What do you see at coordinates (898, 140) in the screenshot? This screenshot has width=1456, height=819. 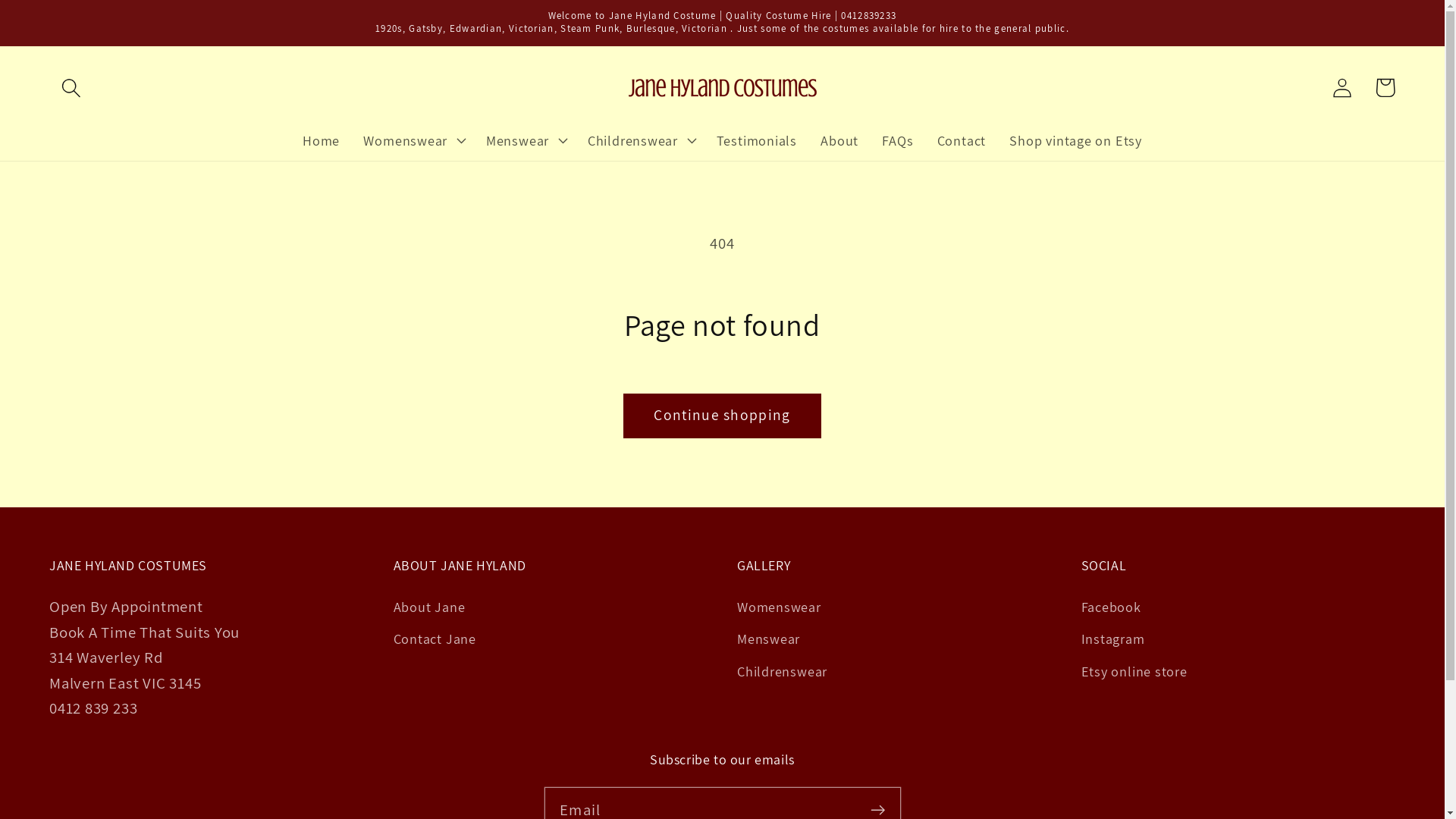 I see `'FAQs'` at bounding box center [898, 140].